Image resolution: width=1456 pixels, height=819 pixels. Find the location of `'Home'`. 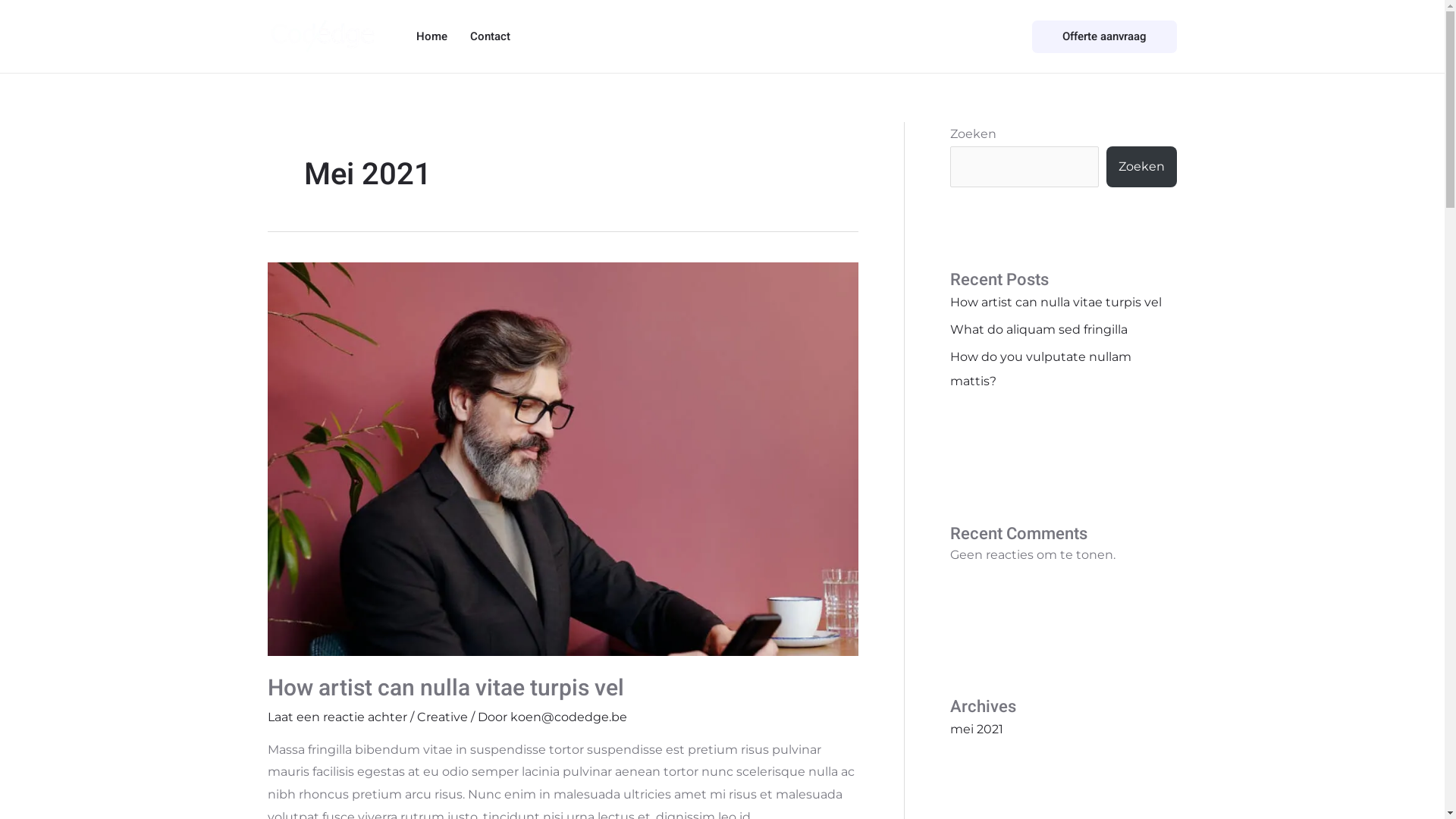

'Home' is located at coordinates (431, 35).